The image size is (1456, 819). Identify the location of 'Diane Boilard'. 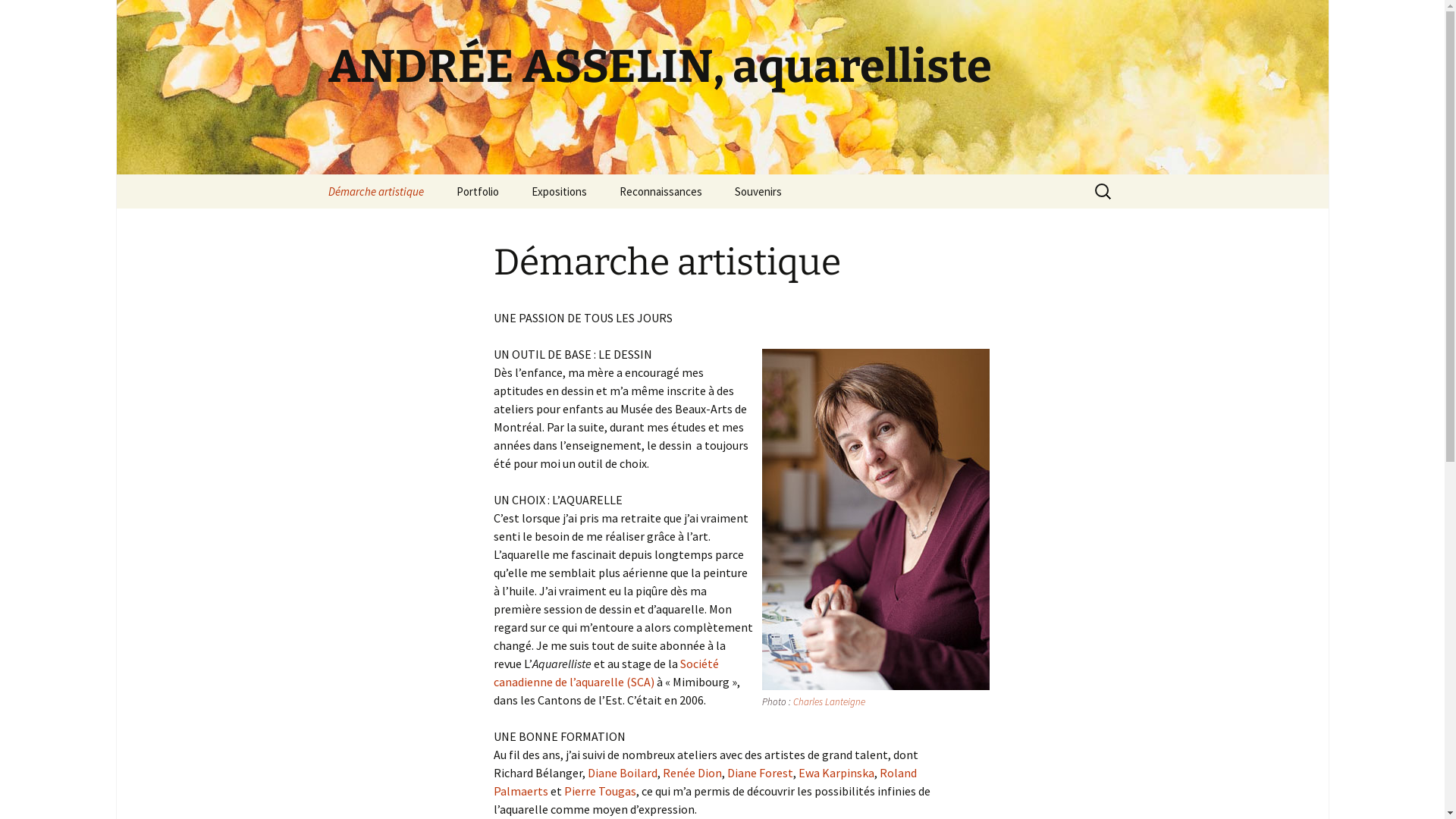
(622, 772).